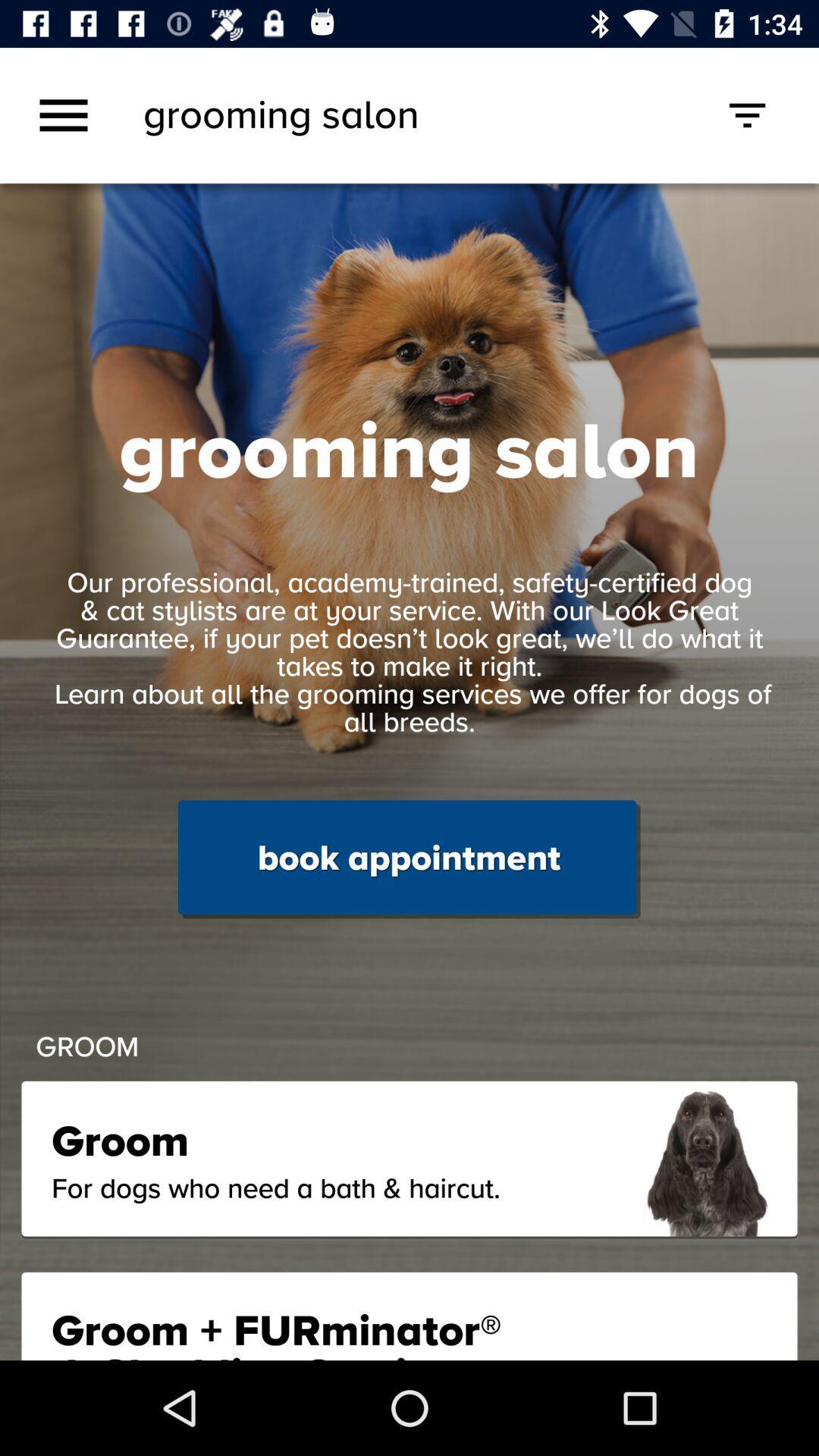  What do you see at coordinates (63, 115) in the screenshot?
I see `the item next to grooming salon` at bounding box center [63, 115].